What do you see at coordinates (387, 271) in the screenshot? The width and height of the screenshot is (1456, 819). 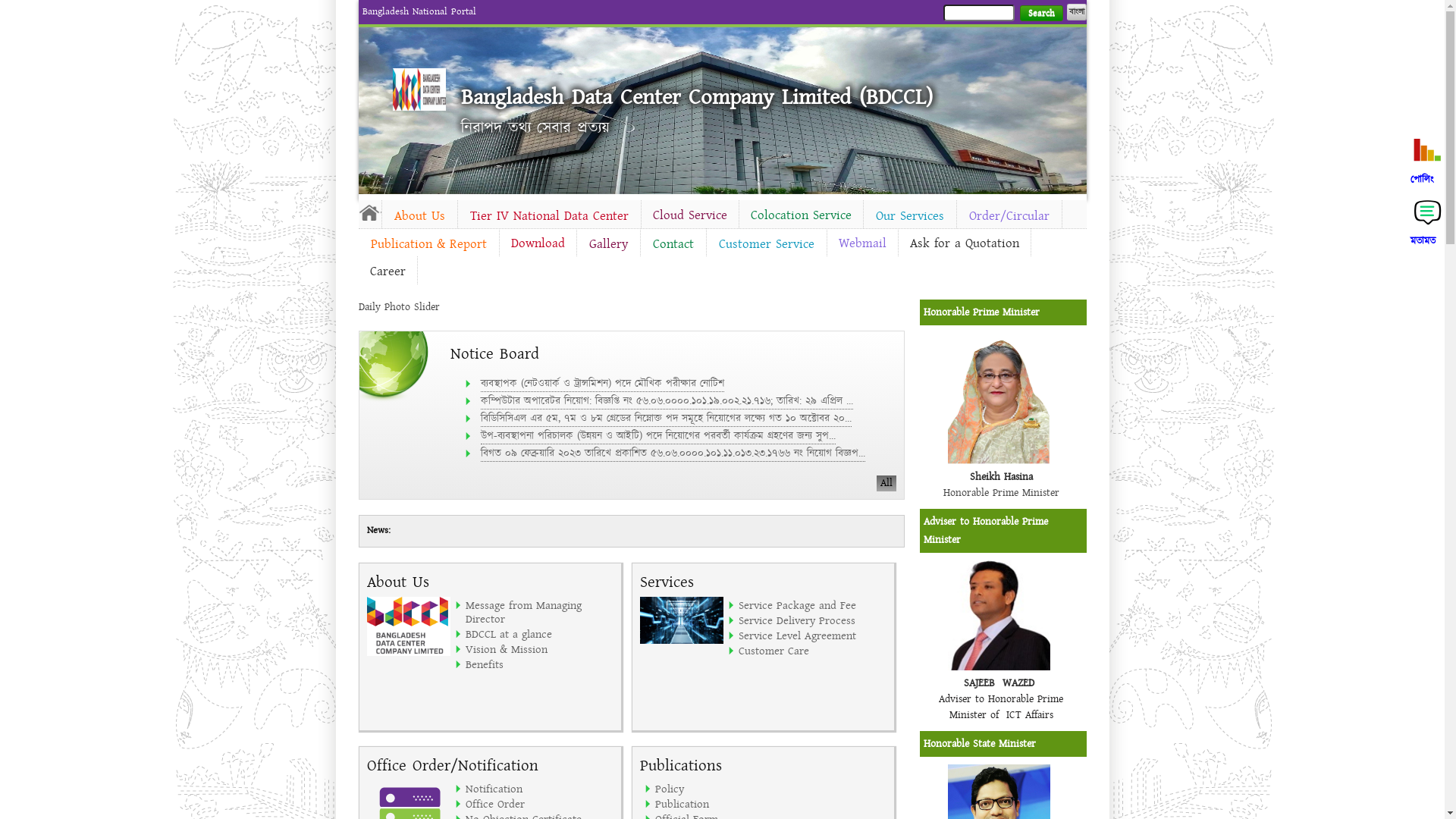 I see `'Career'` at bounding box center [387, 271].